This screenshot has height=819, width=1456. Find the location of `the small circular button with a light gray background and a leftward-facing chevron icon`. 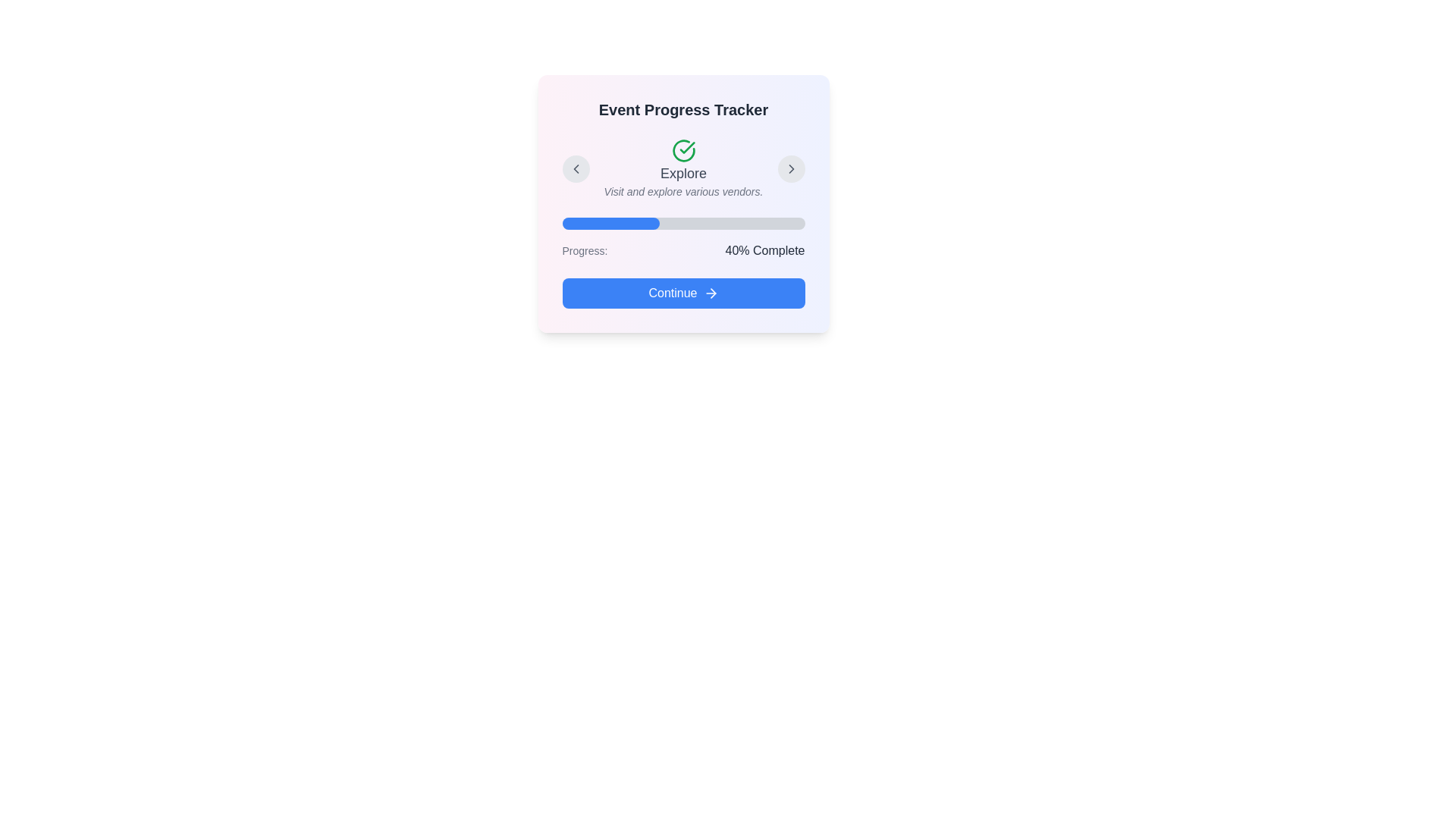

the small circular button with a light gray background and a leftward-facing chevron icon is located at coordinates (575, 169).